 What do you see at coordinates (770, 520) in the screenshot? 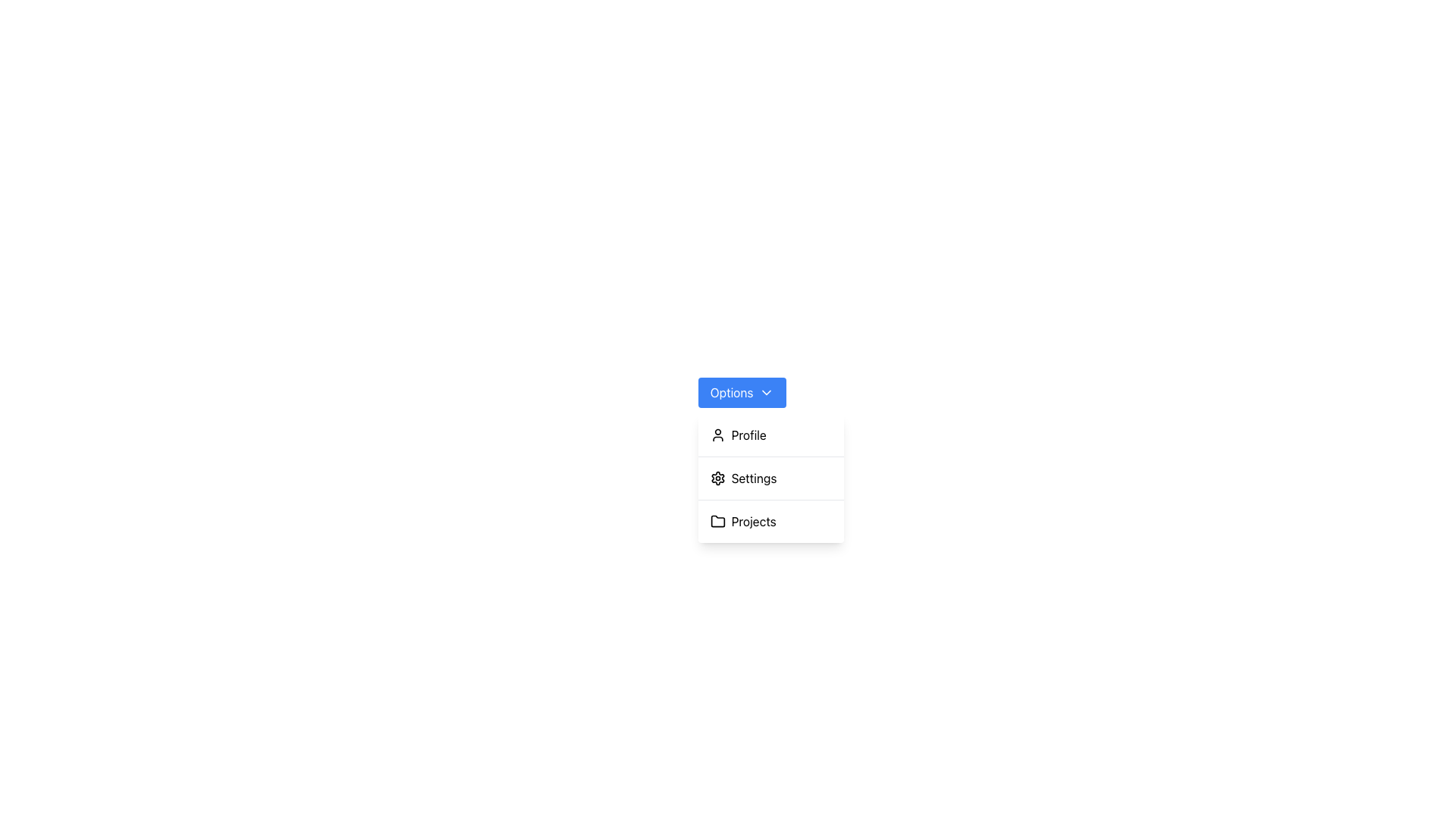
I see `the 'Projects' menu item, which is the last item in the vertical navigation menu containing an icon resembling a folder and the text label 'Projects'` at bounding box center [770, 520].